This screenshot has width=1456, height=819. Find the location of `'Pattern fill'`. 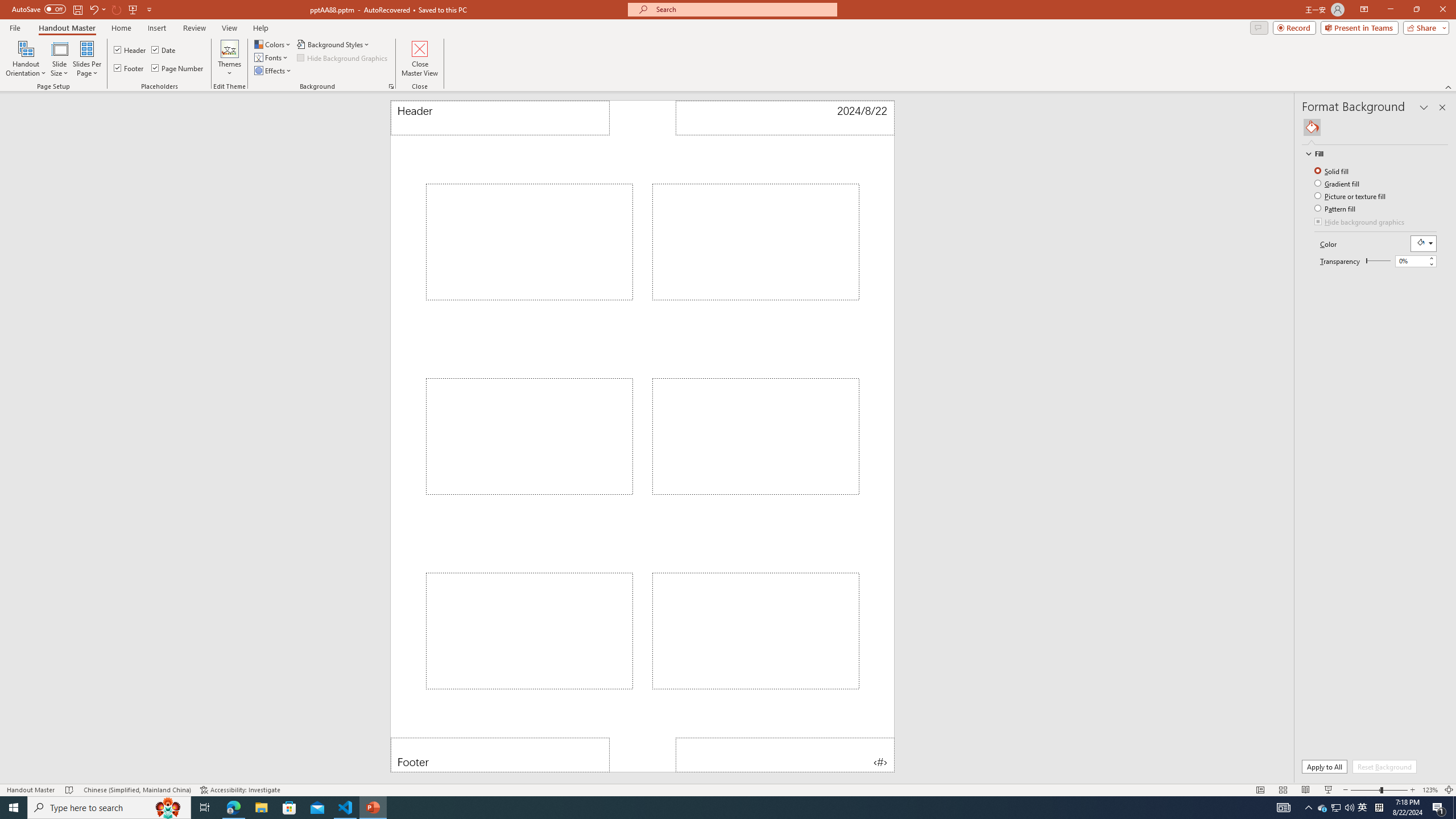

'Pattern fill' is located at coordinates (1335, 208).